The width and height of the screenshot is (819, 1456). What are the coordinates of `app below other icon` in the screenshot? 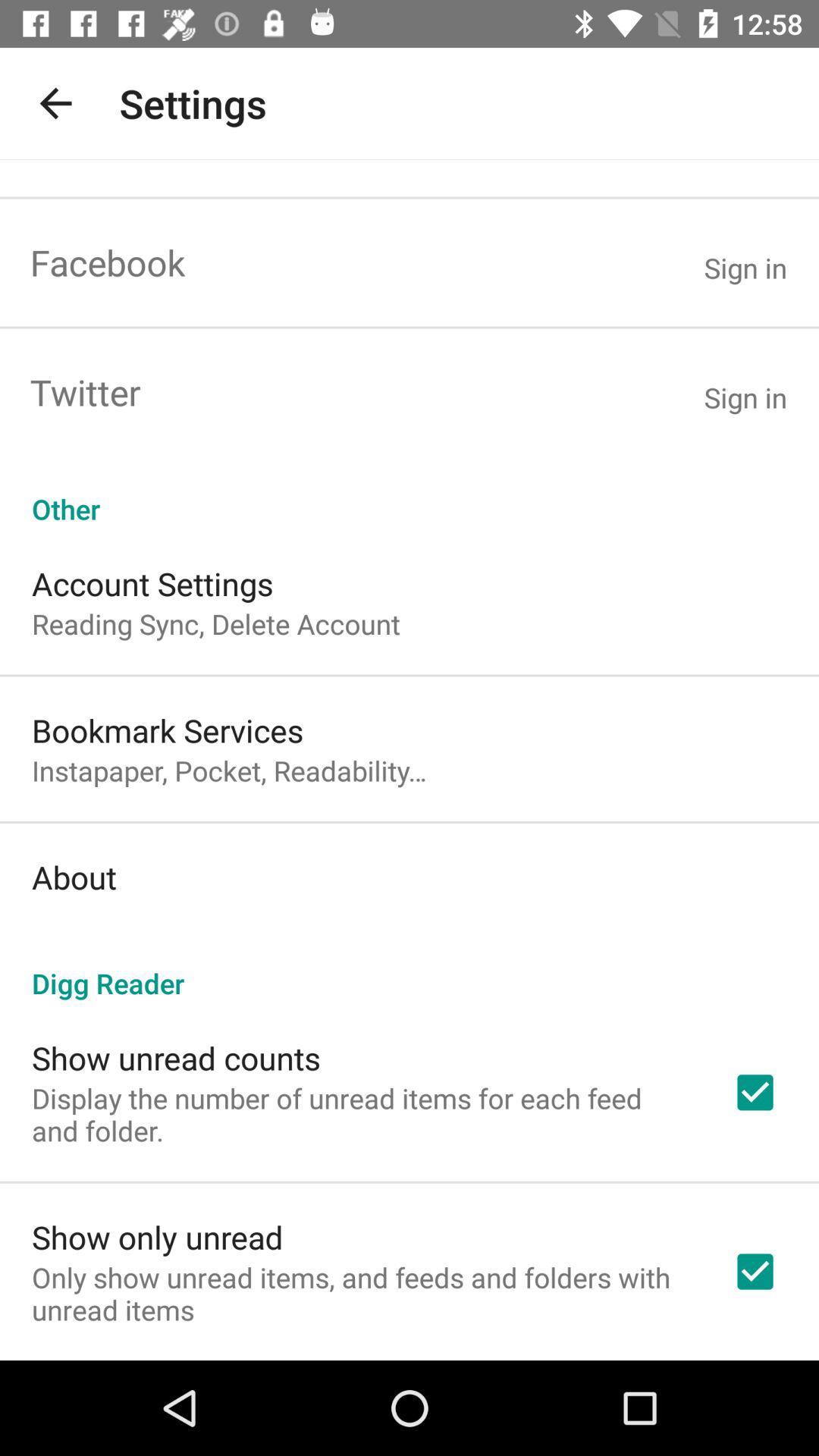 It's located at (152, 582).